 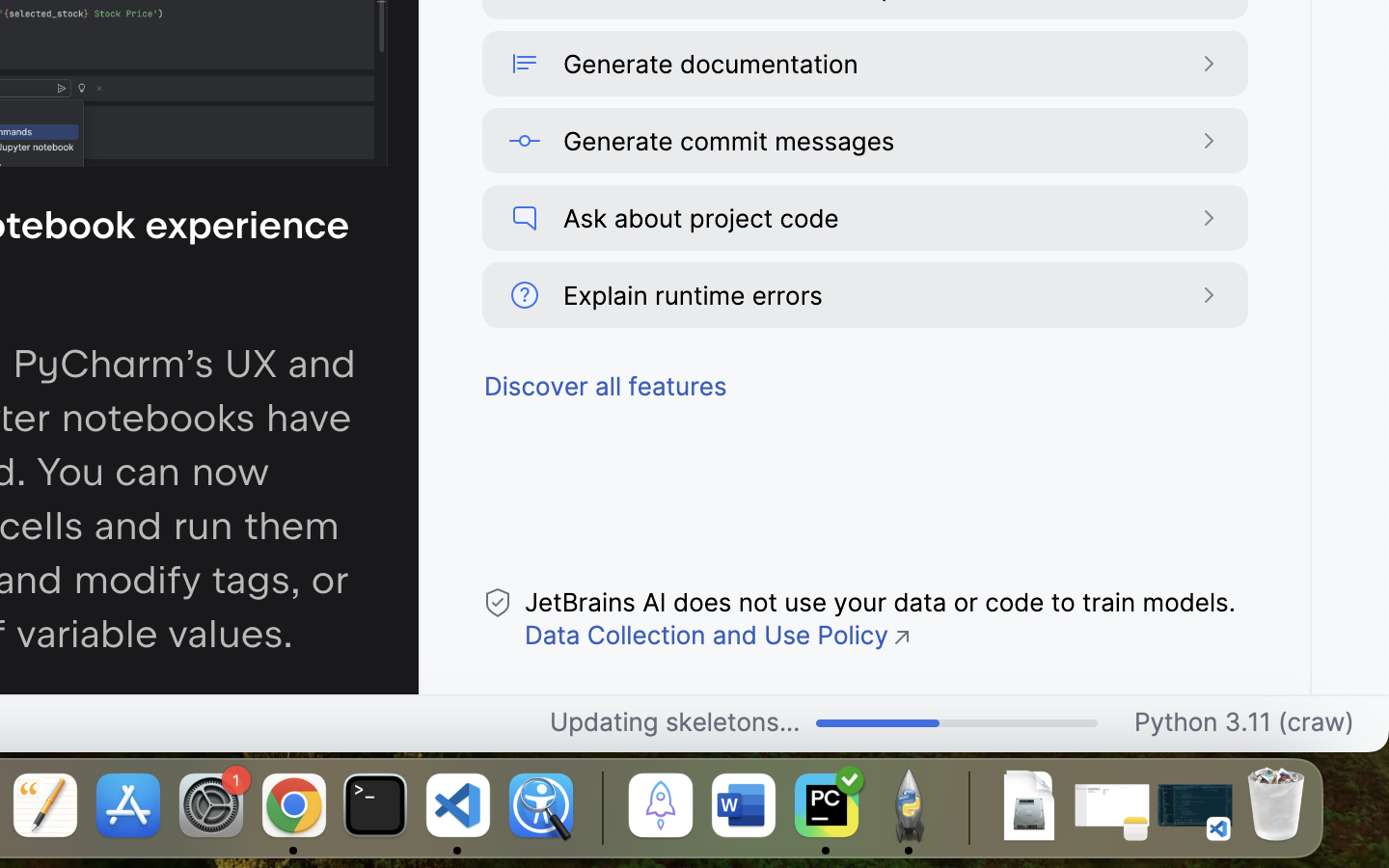 I want to click on 'JetBrains AI does not use your data or code to train models. Data Collection and Use Policy', so click(x=879, y=618).